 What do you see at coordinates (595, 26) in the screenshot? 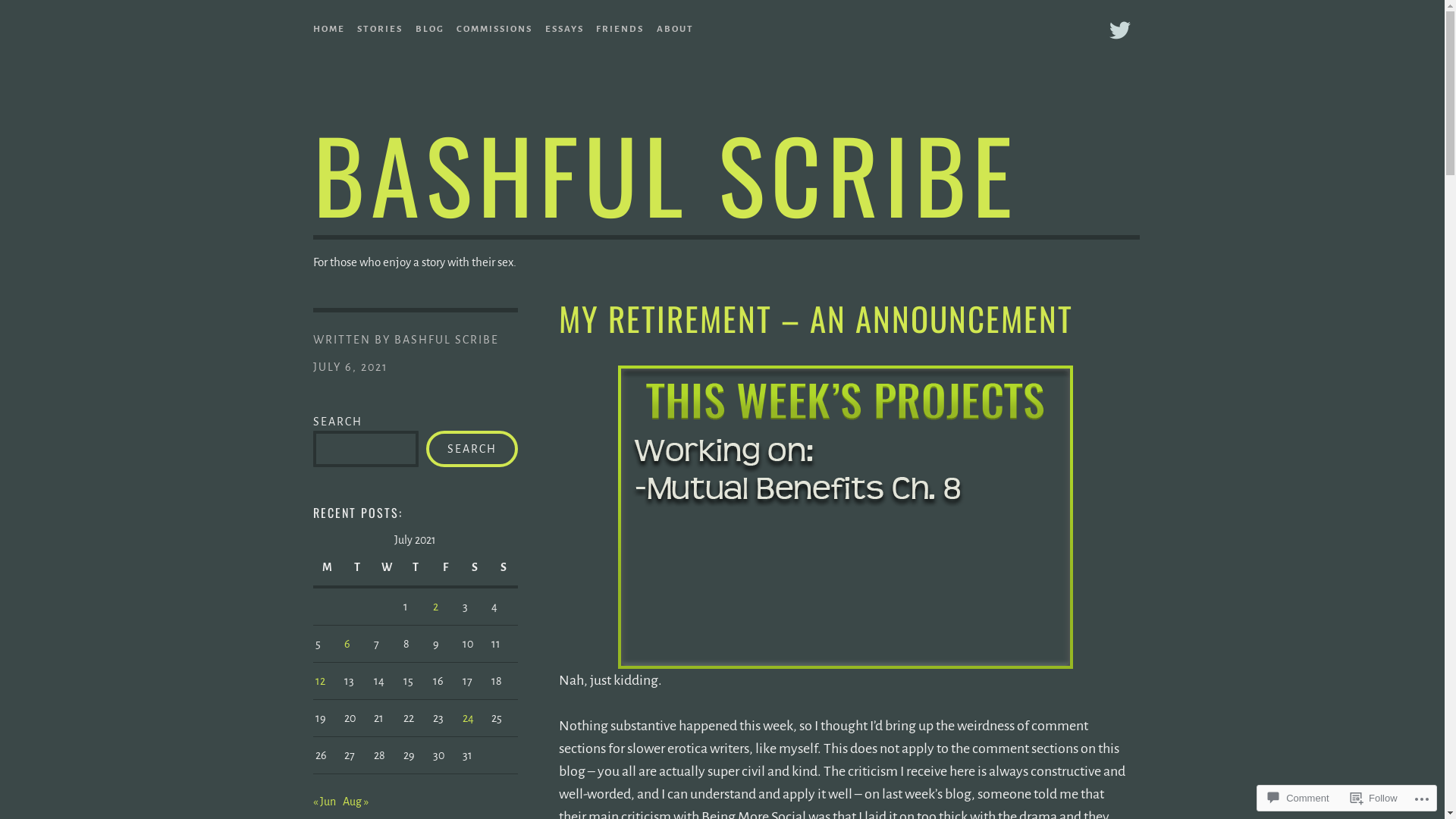
I see `'FRIENDS'` at bounding box center [595, 26].